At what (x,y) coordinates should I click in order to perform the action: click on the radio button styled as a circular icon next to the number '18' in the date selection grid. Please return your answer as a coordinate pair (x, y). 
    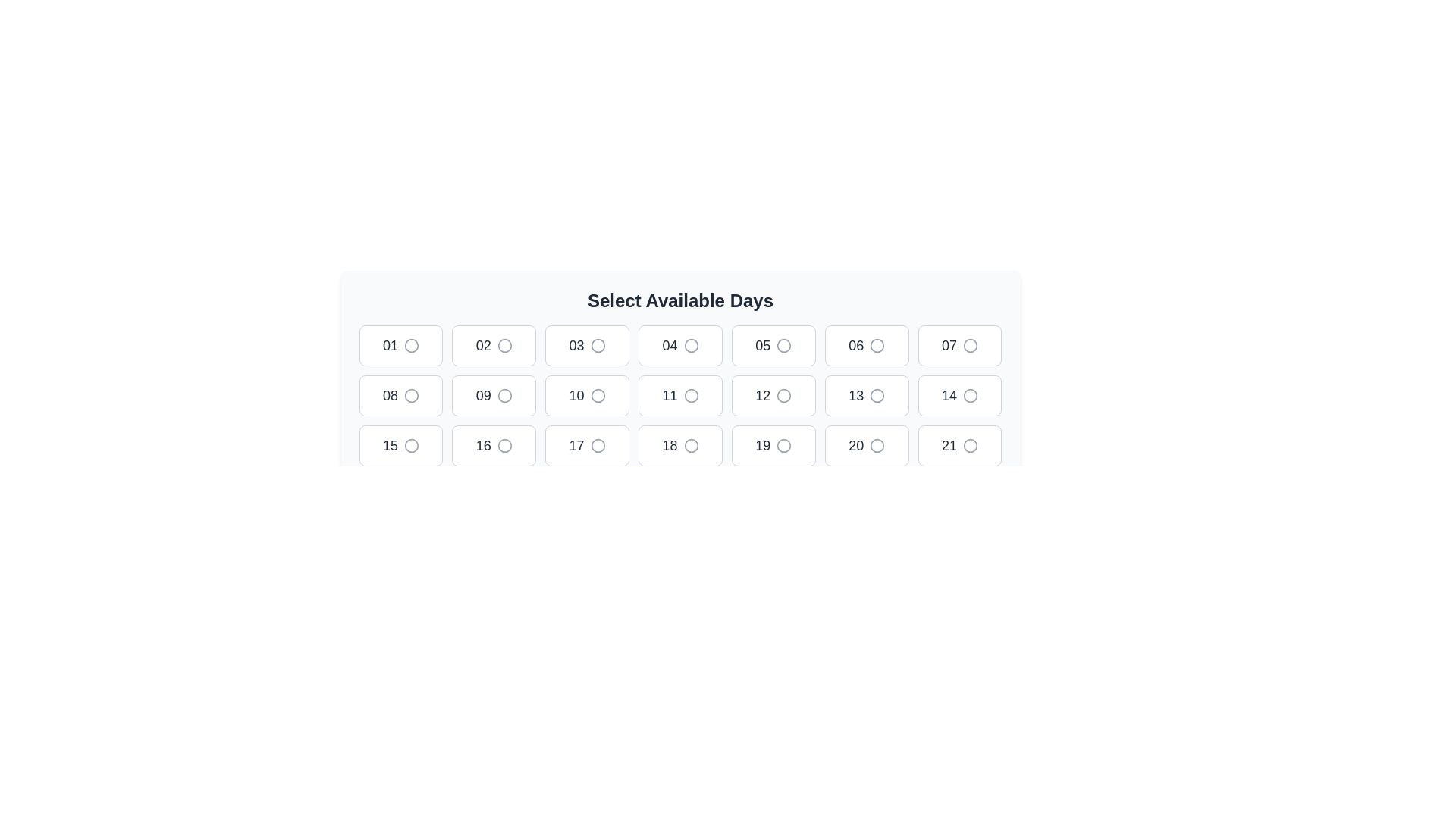
    Looking at the image, I should click on (690, 444).